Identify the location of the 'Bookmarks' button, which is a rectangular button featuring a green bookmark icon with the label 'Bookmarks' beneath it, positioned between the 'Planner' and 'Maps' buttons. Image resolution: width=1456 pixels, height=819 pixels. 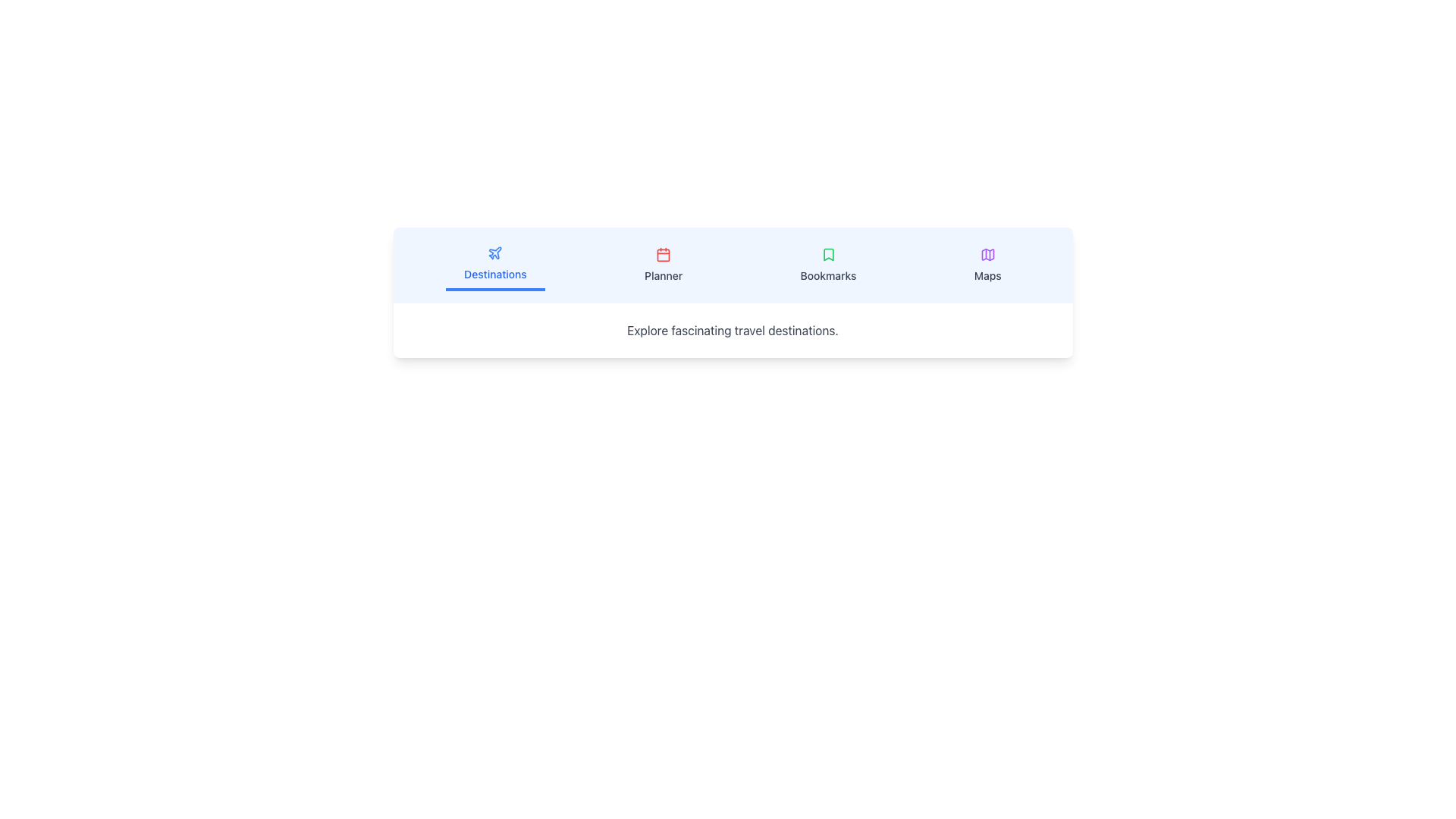
(827, 265).